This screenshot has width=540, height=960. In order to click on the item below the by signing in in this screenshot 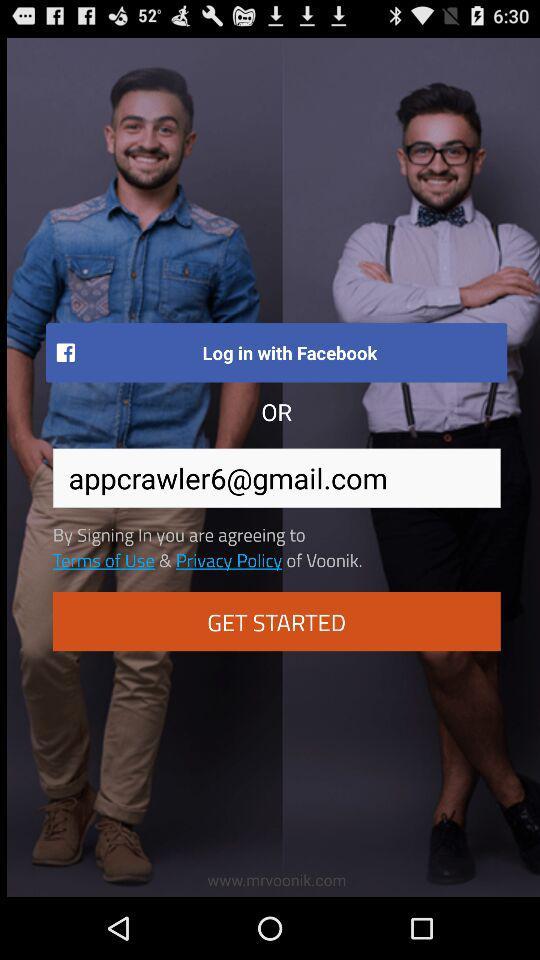, I will do `click(103, 559)`.